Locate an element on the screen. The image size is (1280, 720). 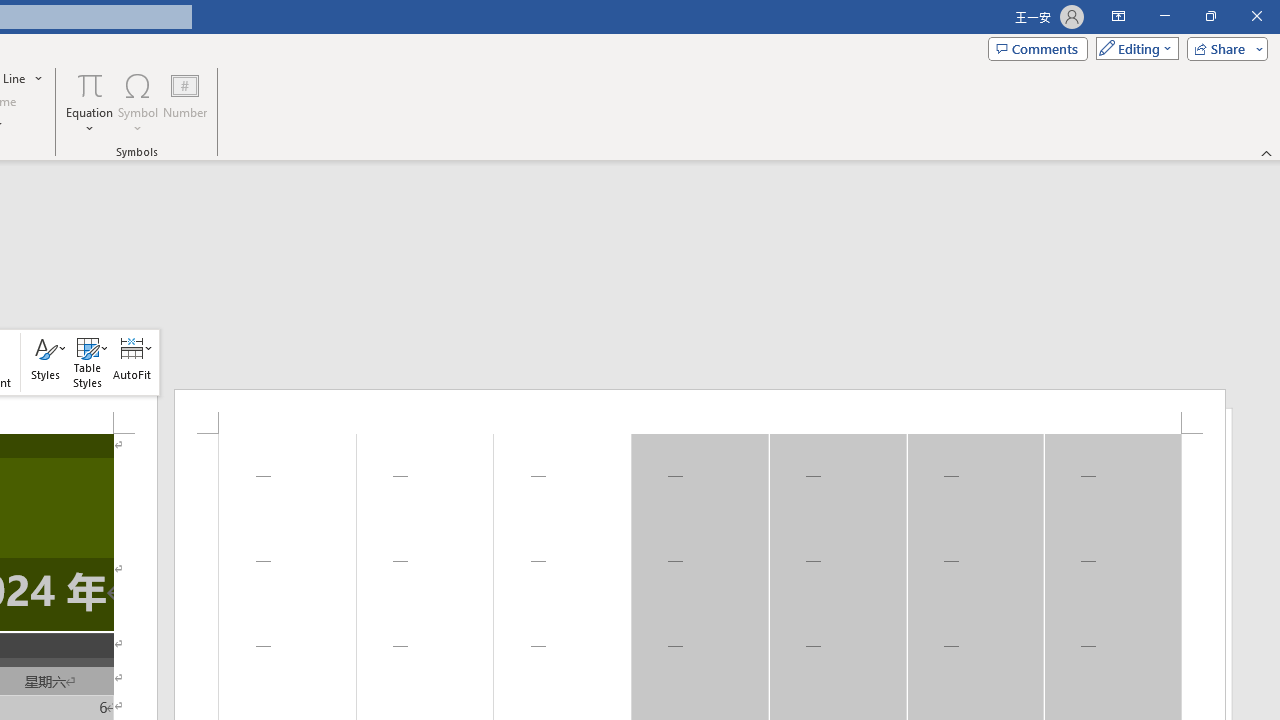
'Table Styles' is located at coordinates (86, 362).